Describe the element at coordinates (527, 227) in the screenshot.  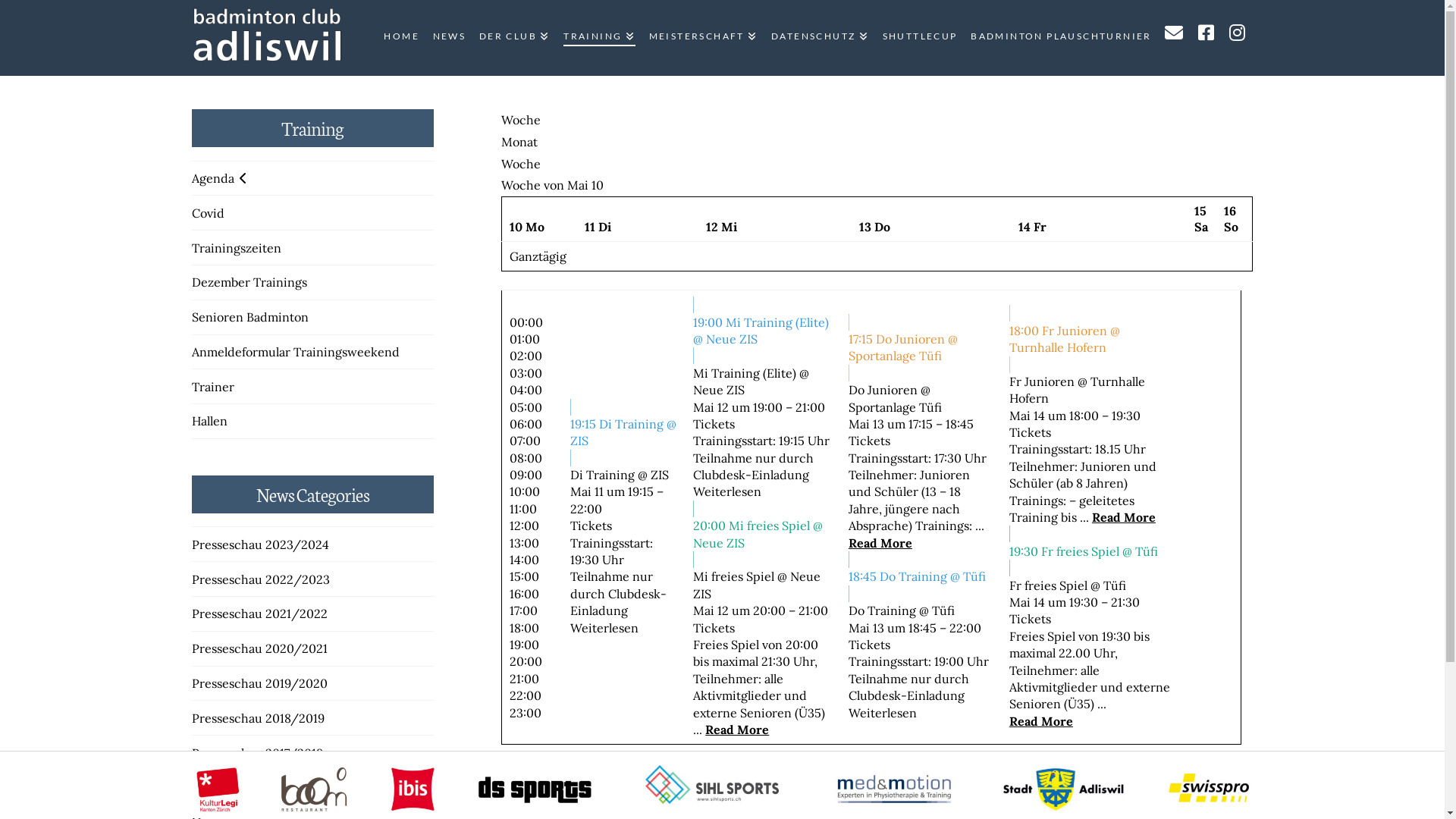
I see `'10 Mo'` at that location.